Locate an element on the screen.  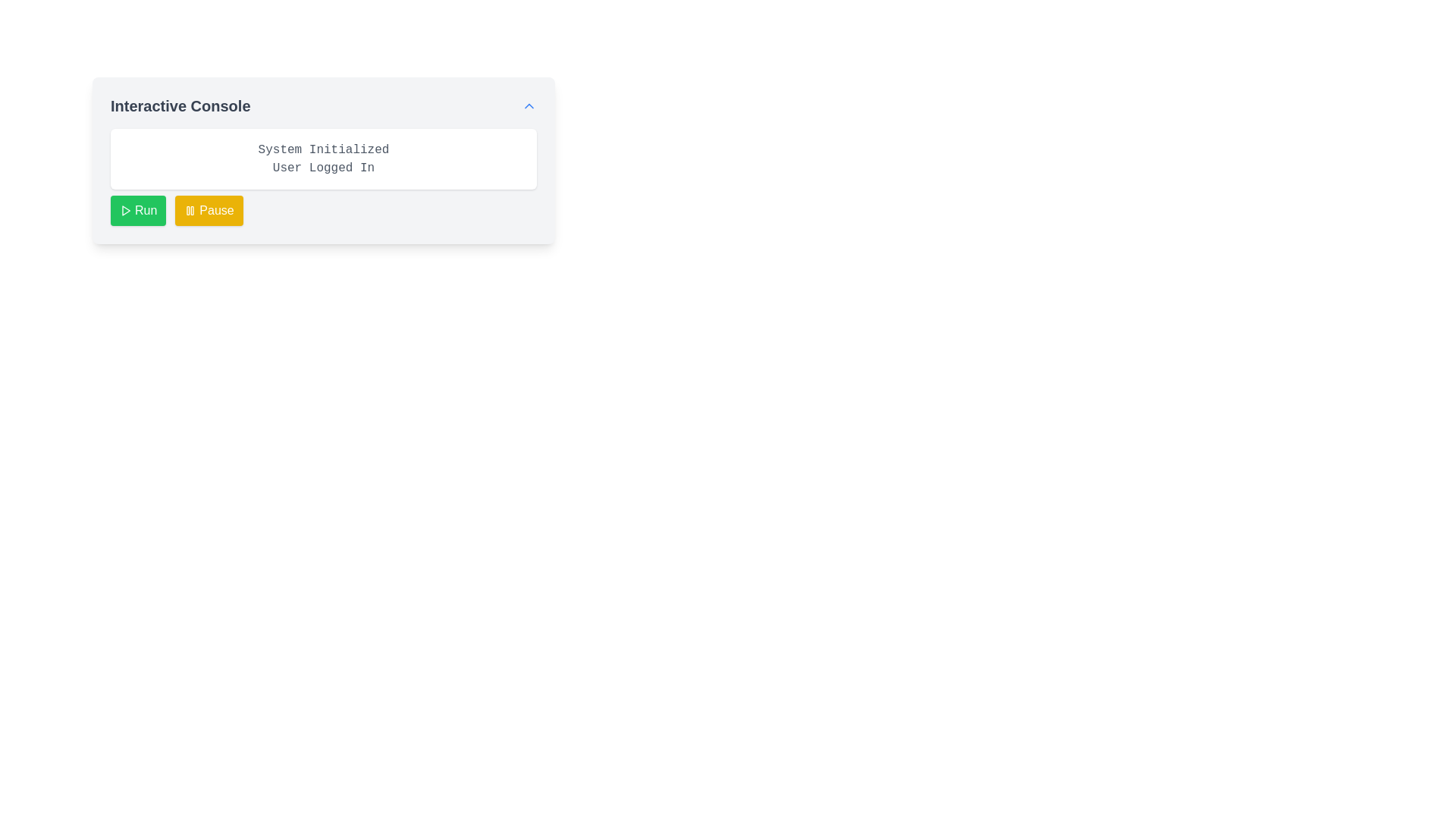
the left vertical rectangular bar with rounded edges of the SVG icon located in the middle-left region of the interface frame is located at coordinates (187, 210).